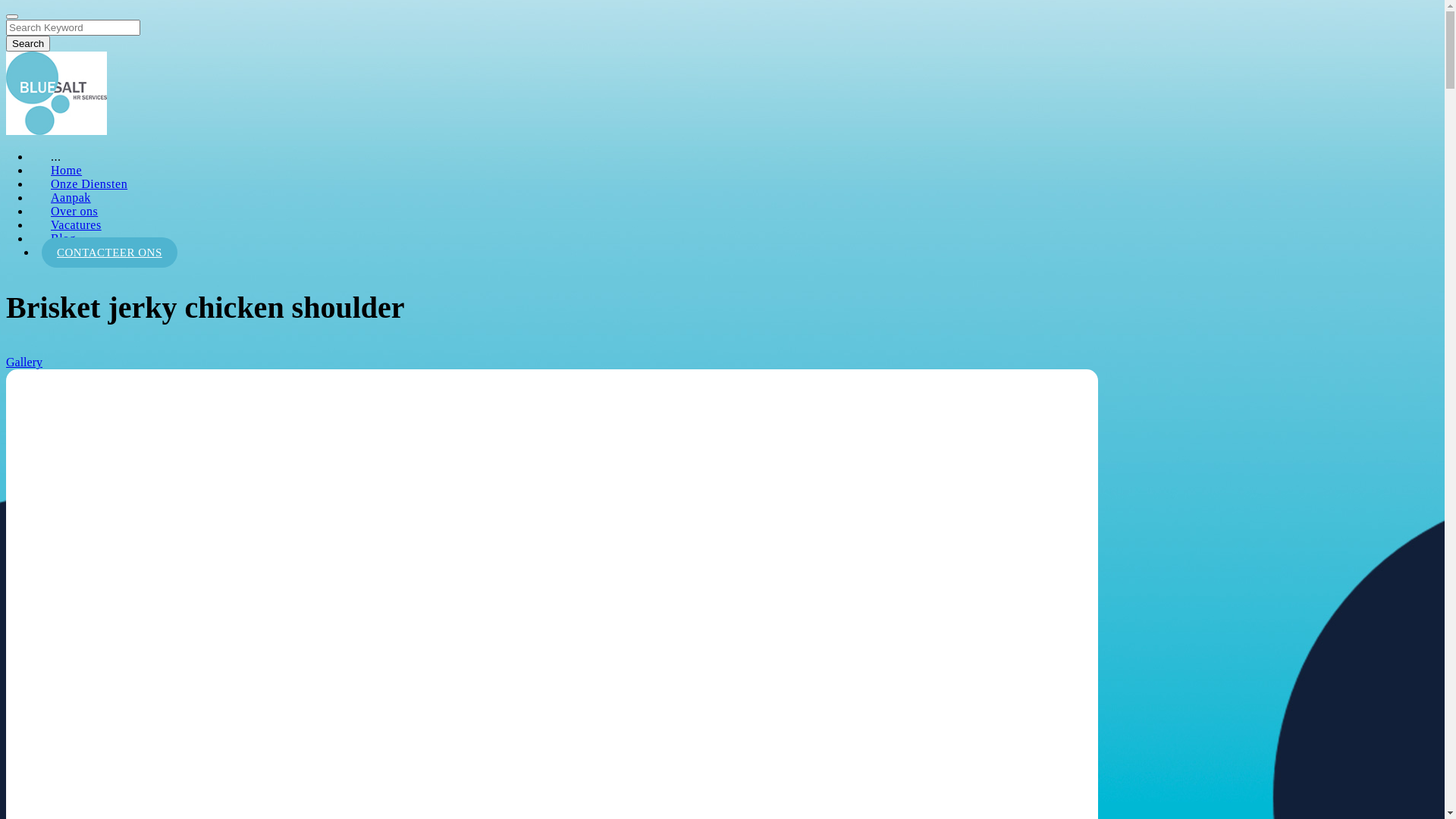  Describe the element at coordinates (73, 211) in the screenshot. I see `'Over ons'` at that location.